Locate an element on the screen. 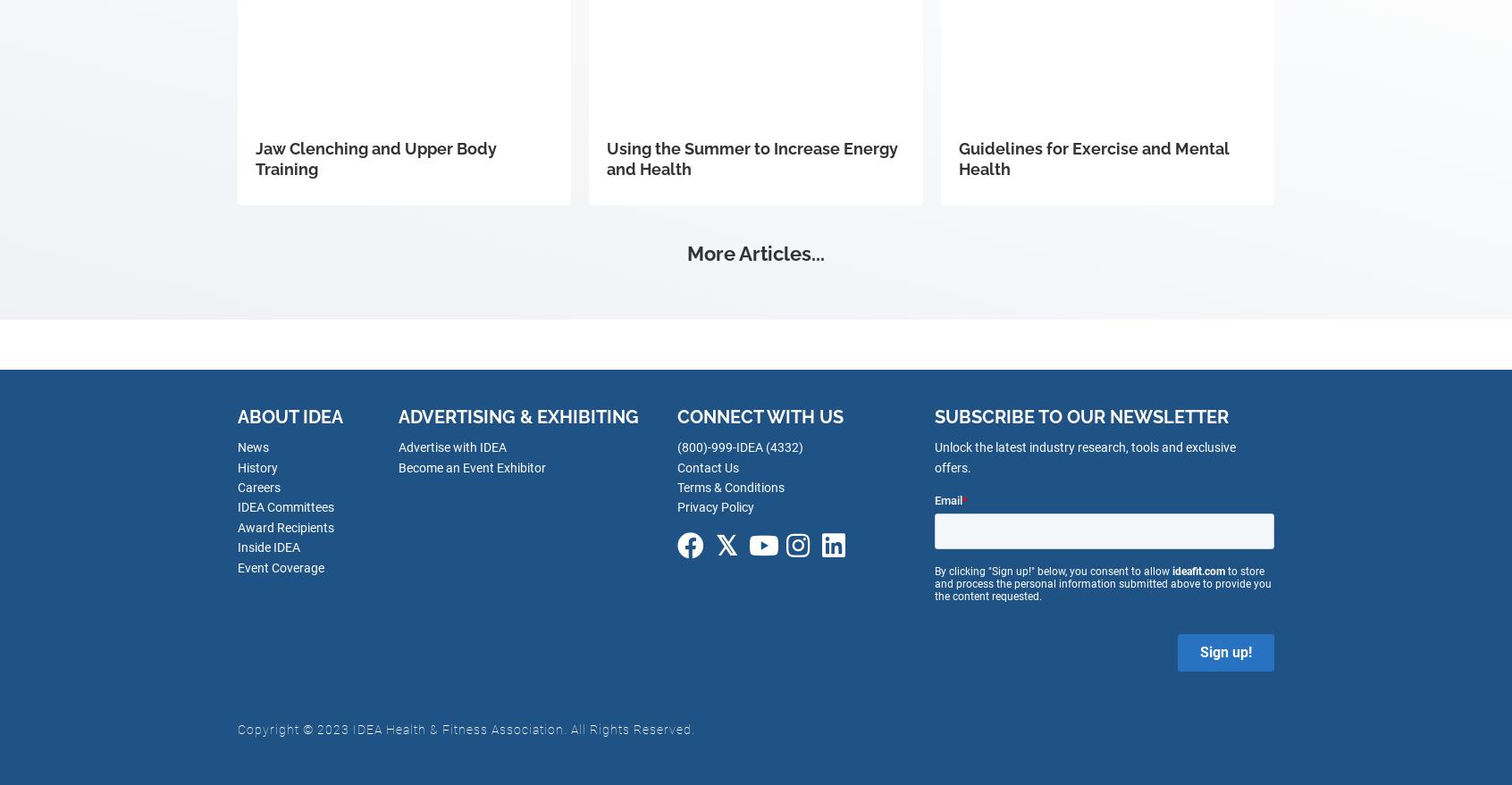  'History' is located at coordinates (256, 467).